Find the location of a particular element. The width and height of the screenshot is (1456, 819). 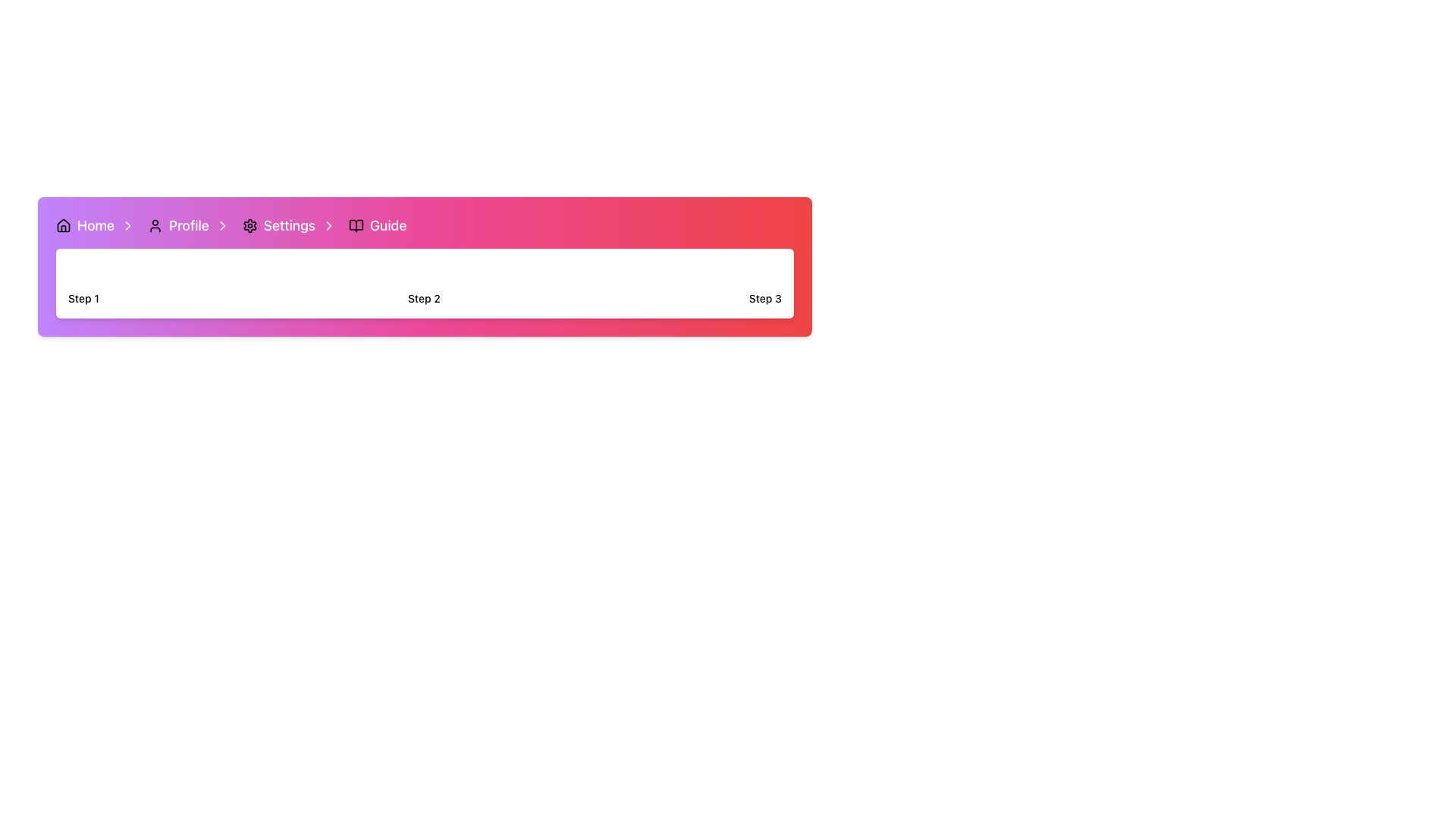

the first Step Indicator in the multi-step process guide, which is aligned horizontally at the leftmost position is located at coordinates (83, 284).